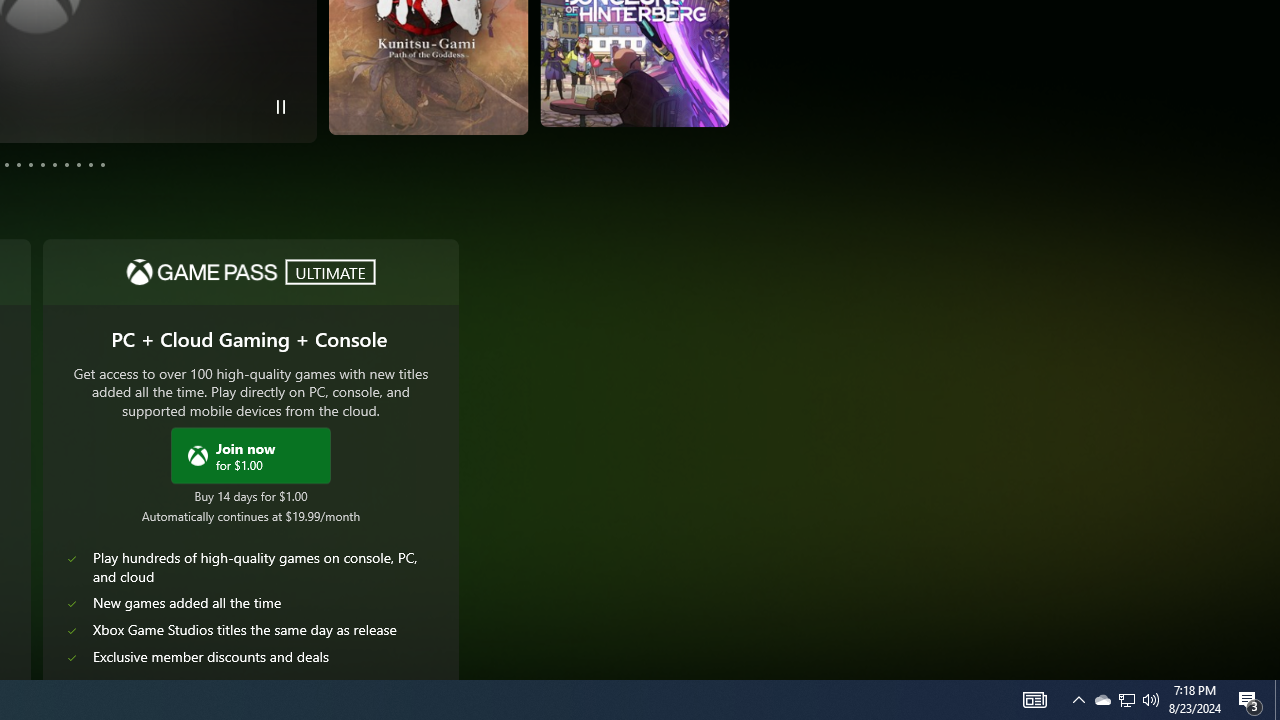  What do you see at coordinates (31, 163) in the screenshot?
I see `'Page 6'` at bounding box center [31, 163].